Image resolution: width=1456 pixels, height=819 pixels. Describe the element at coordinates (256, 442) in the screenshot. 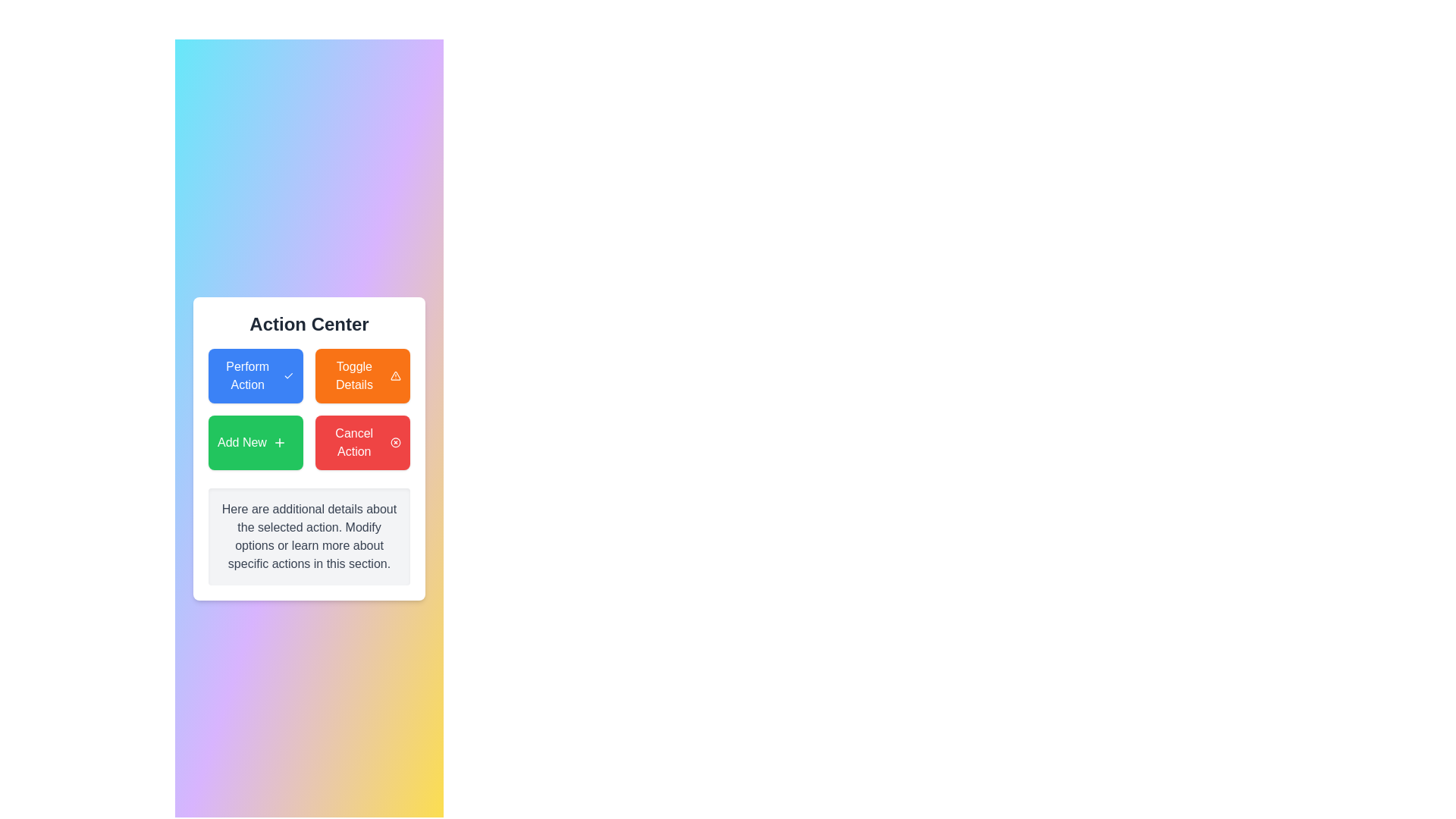

I see `the button for adding a new item located in the lower-left area of the grid layout, positioned below the blue 'Perform Action' button and to the left of the red 'Cancel Action' button` at that location.